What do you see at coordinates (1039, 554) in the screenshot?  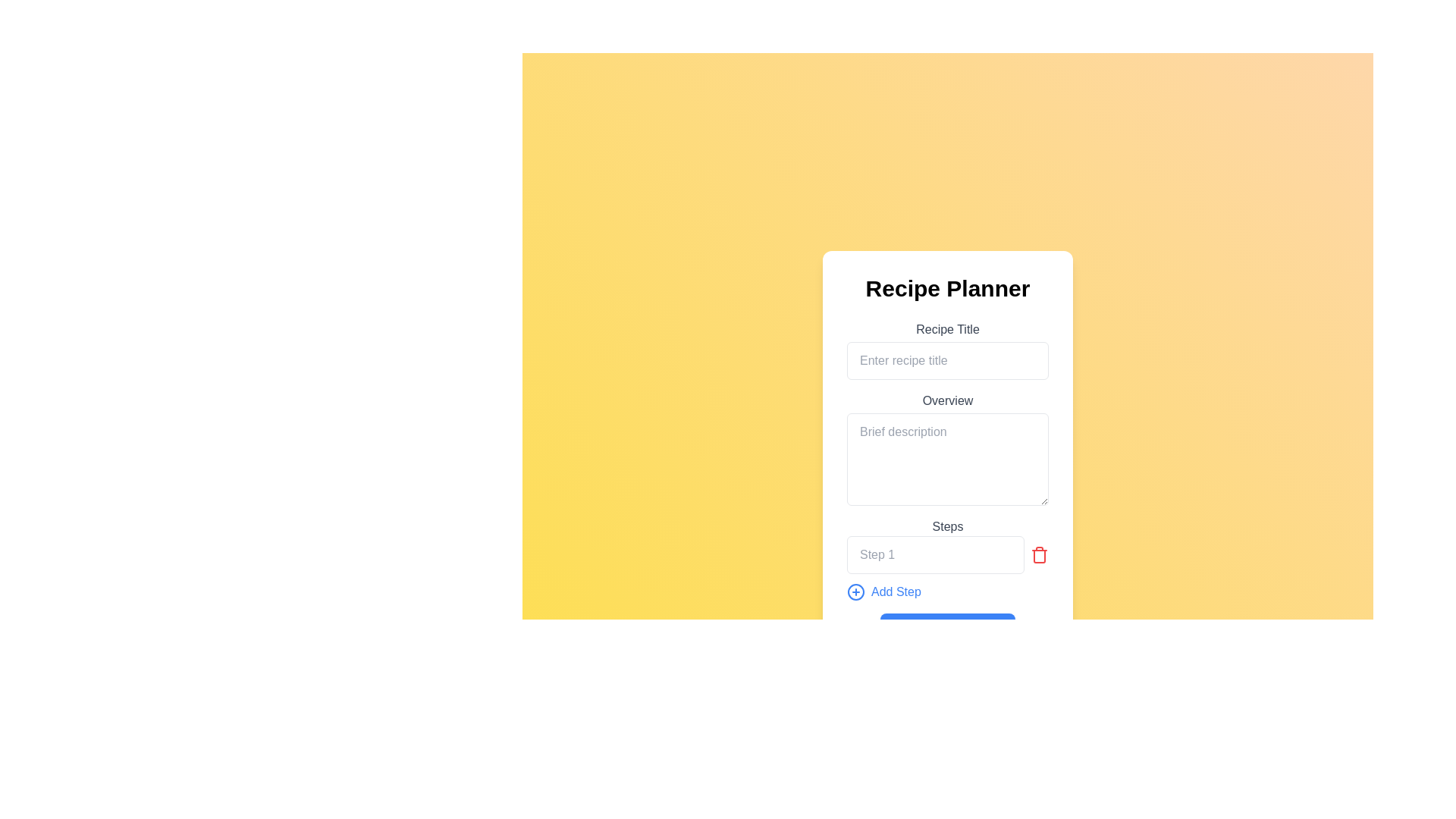 I see `the delete icon button located directly to the right of the input box labeled 'Step 1'` at bounding box center [1039, 554].